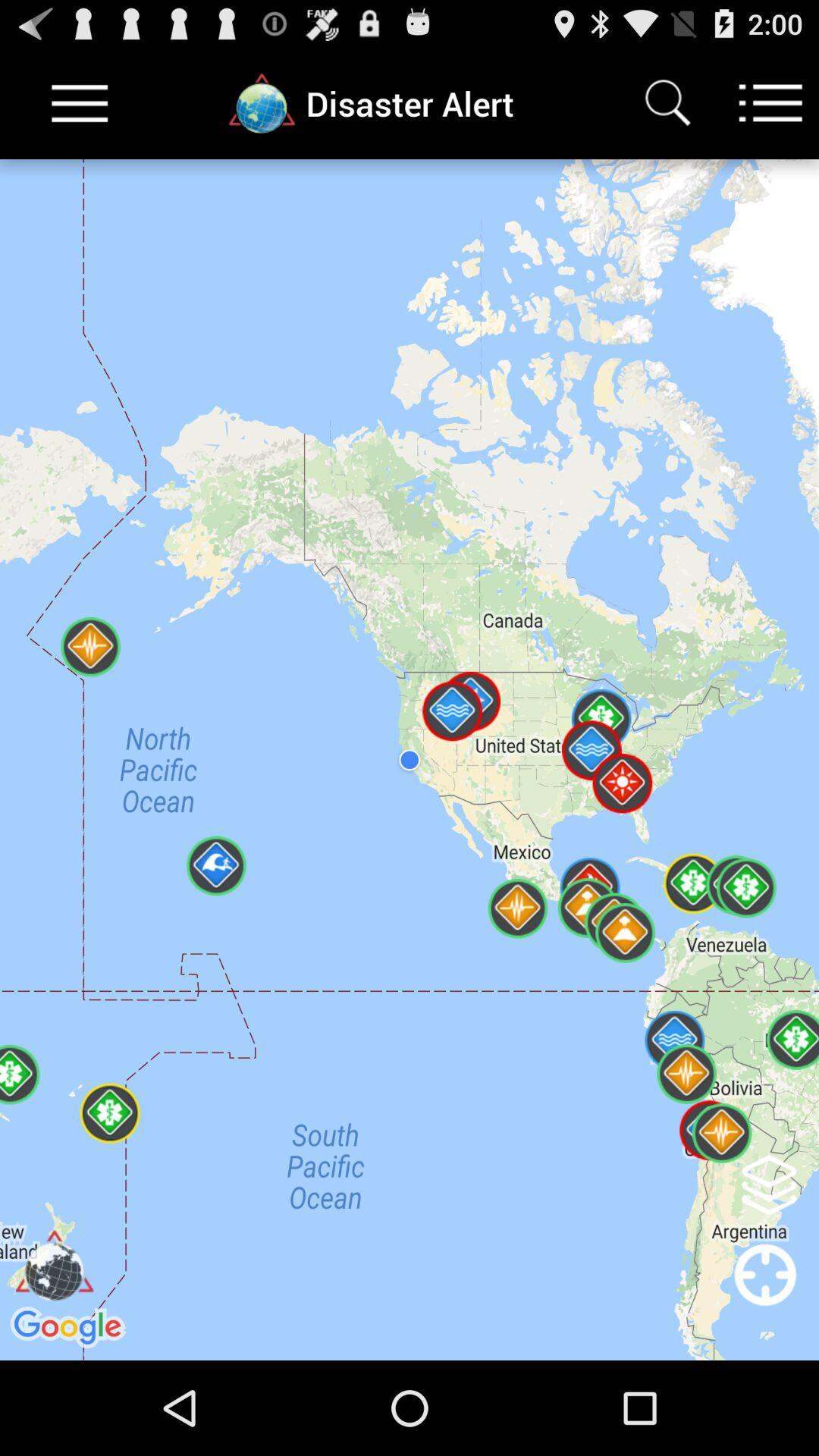 This screenshot has height=1456, width=819. Describe the element at coordinates (667, 102) in the screenshot. I see `search button` at that location.